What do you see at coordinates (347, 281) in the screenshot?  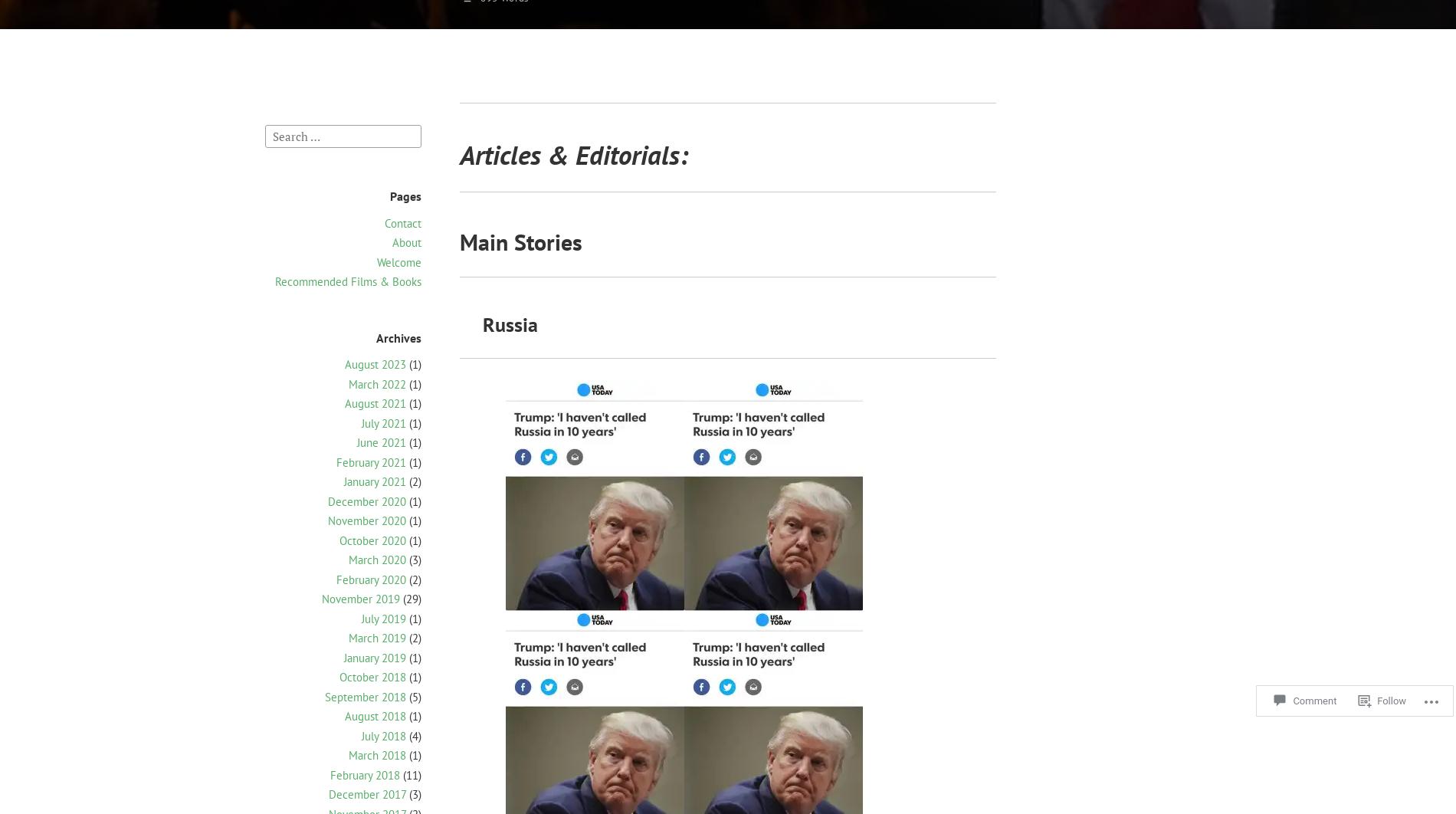 I see `'Recommended Films & Books'` at bounding box center [347, 281].